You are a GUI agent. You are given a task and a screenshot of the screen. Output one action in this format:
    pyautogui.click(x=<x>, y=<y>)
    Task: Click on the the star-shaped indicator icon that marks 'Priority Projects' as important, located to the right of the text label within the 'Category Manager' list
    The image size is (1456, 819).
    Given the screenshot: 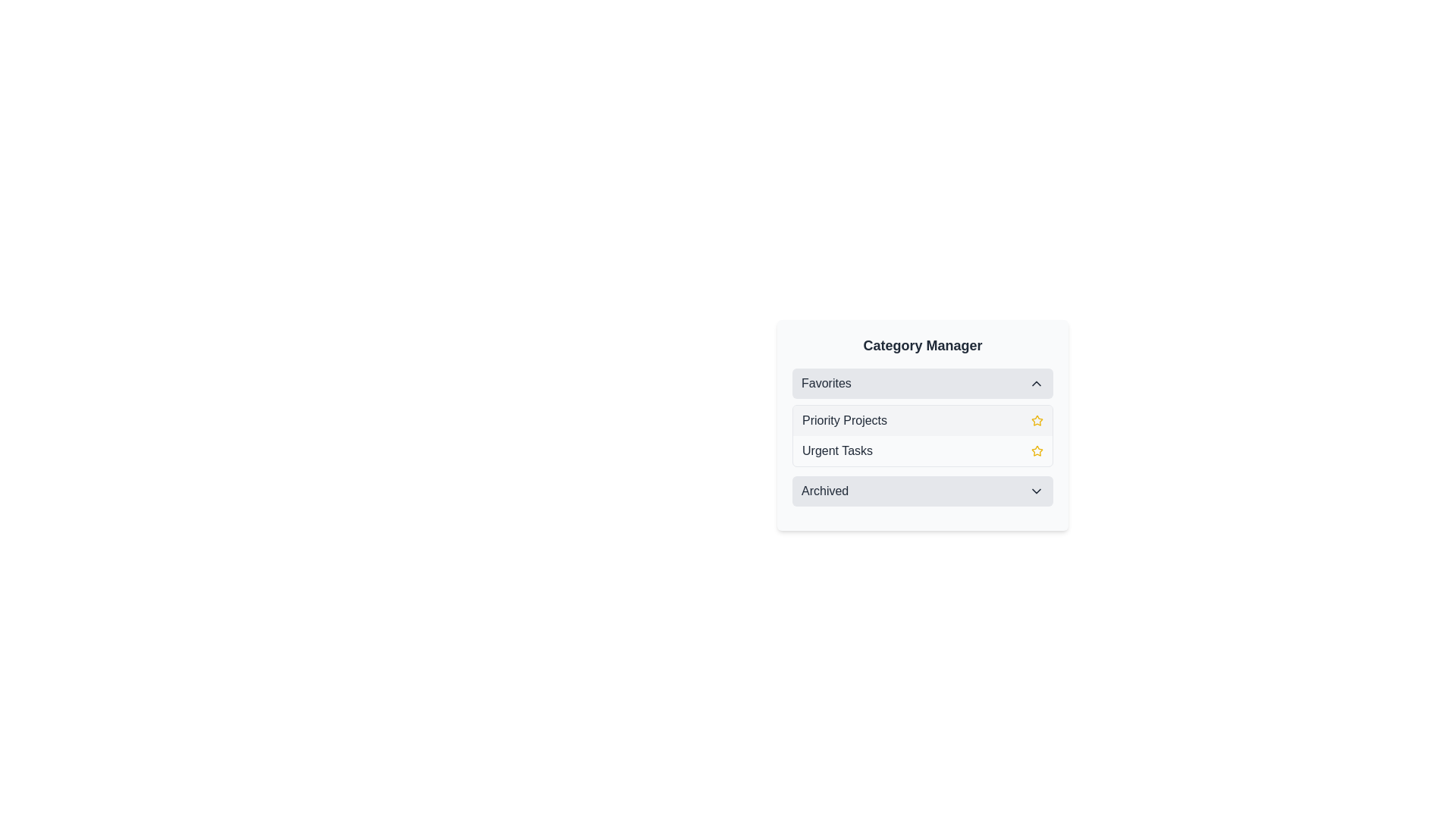 What is the action you would take?
    pyautogui.click(x=1037, y=421)
    